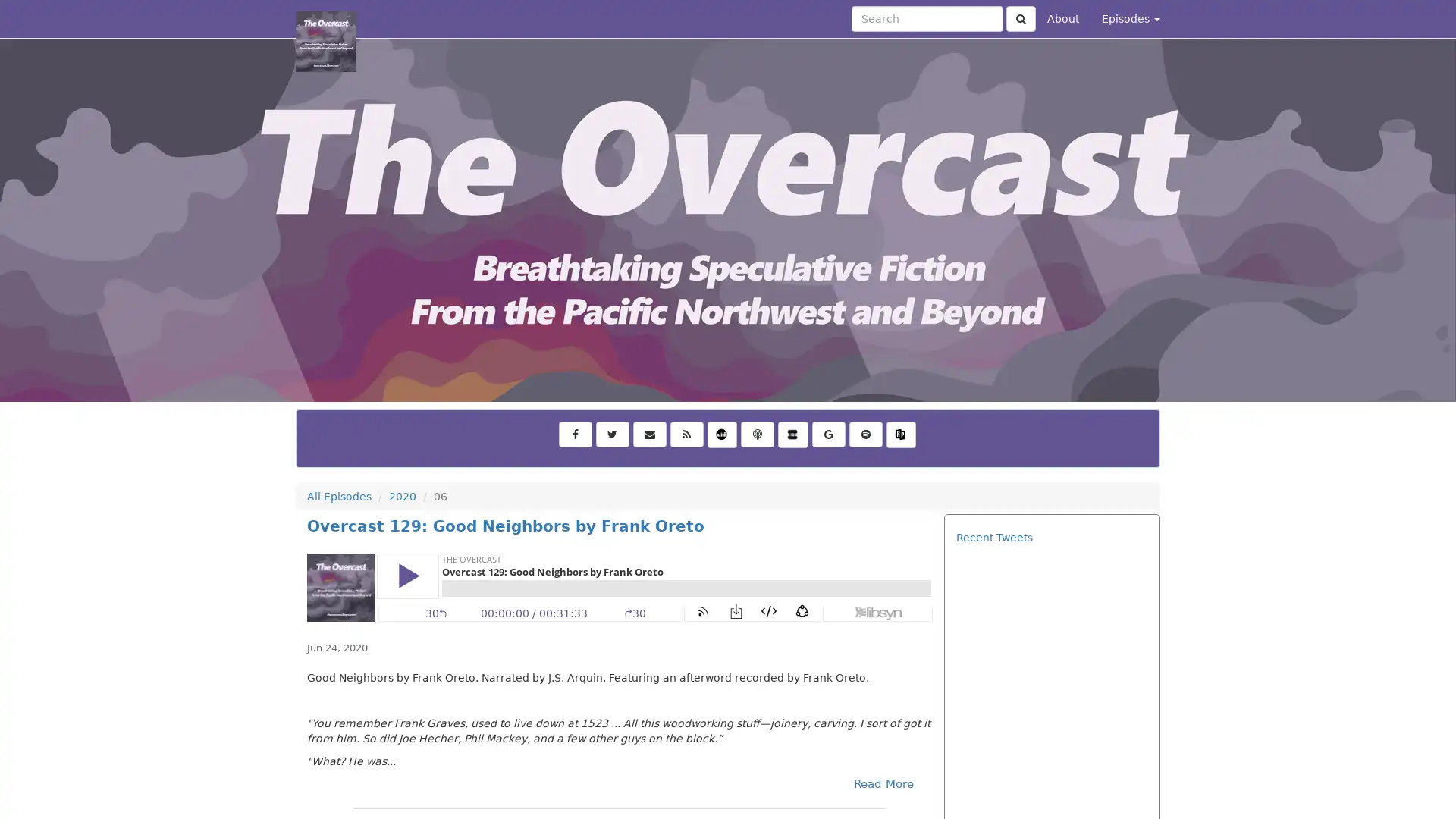  Describe the element at coordinates (1021, 18) in the screenshot. I see `Click to submit search` at that location.